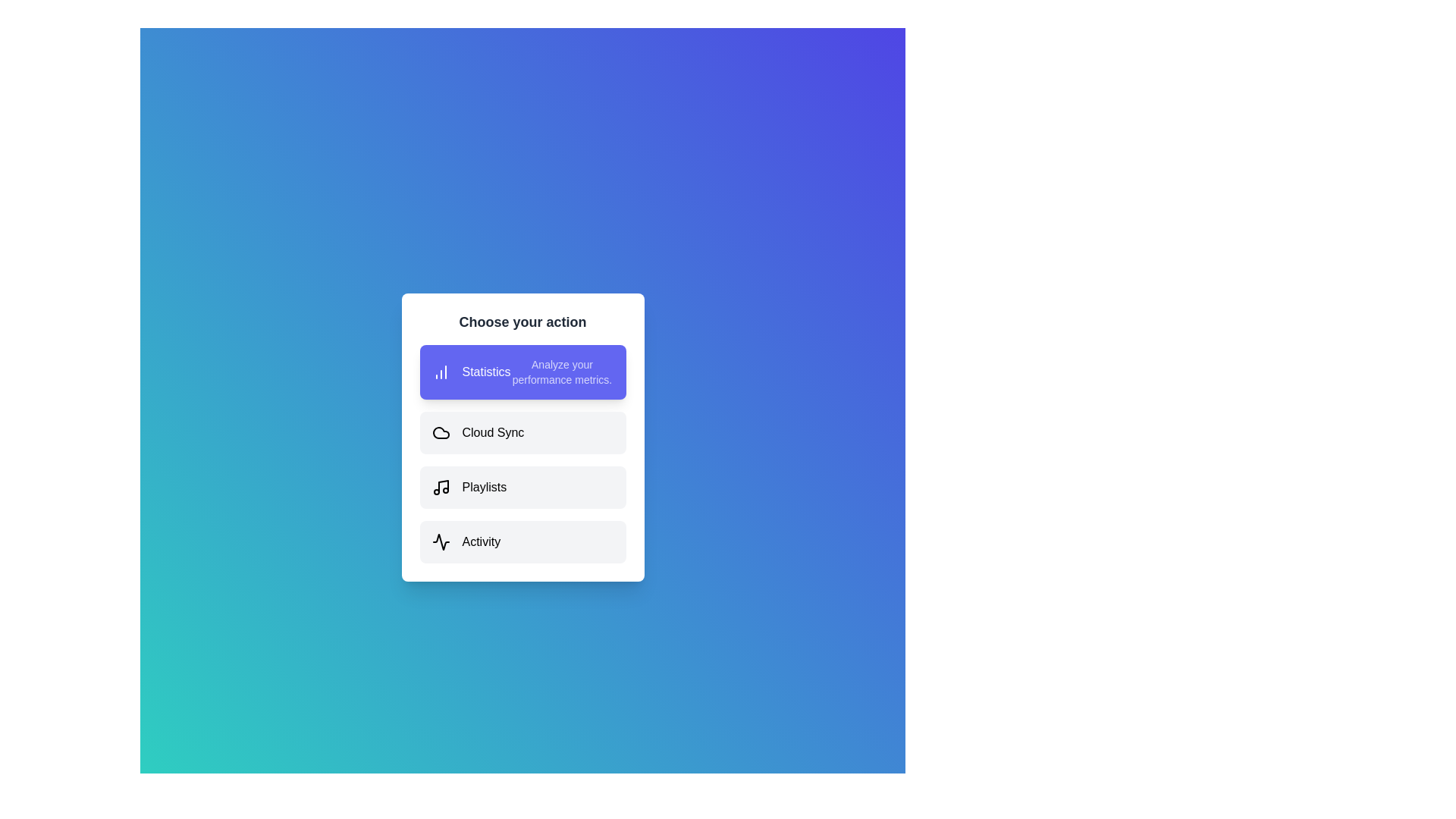  Describe the element at coordinates (522, 432) in the screenshot. I see `the option Cloud Sync to preview its description` at that location.